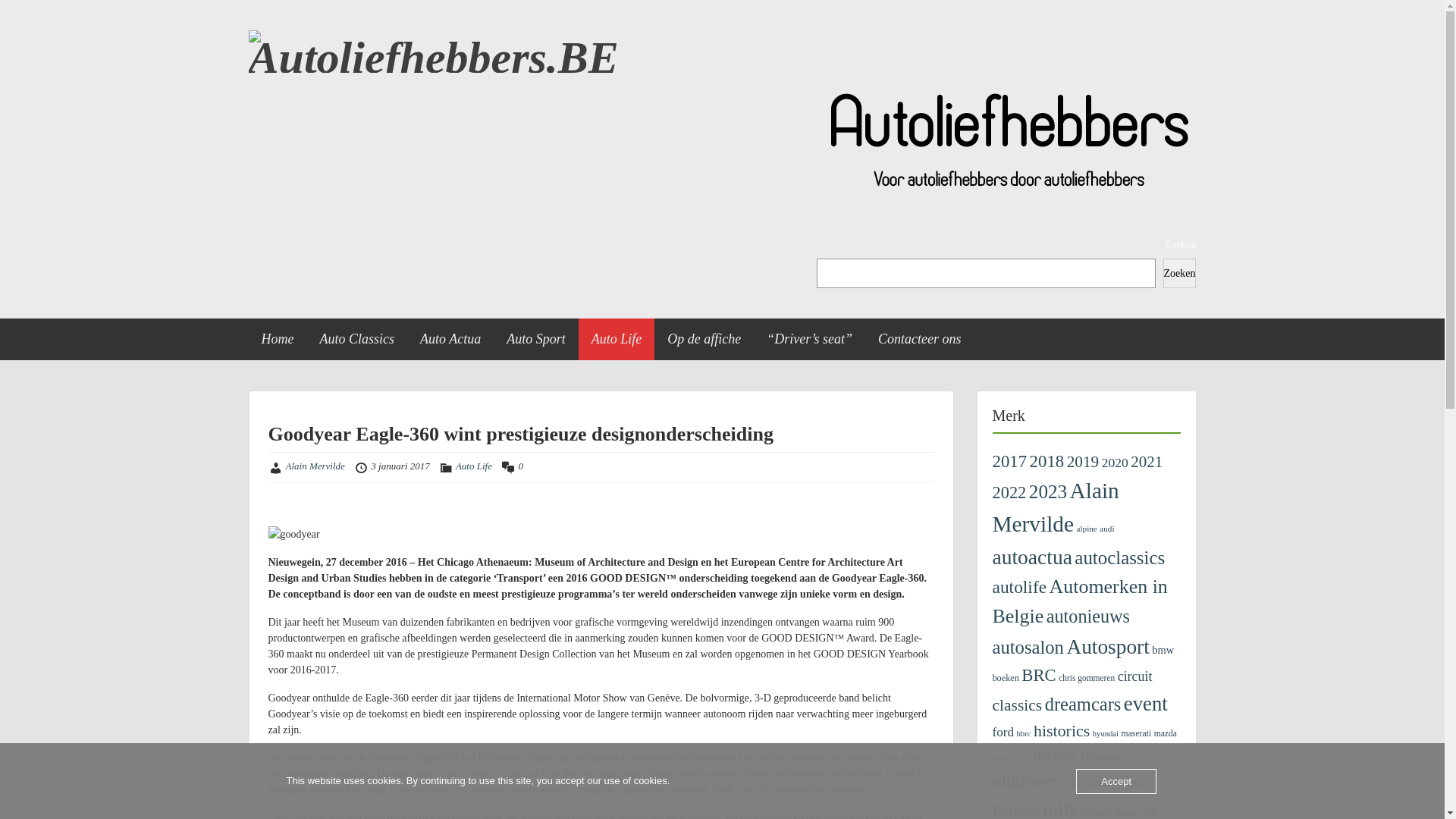 Image resolution: width=1456 pixels, height=819 pixels. I want to click on '2020', so click(1115, 461).